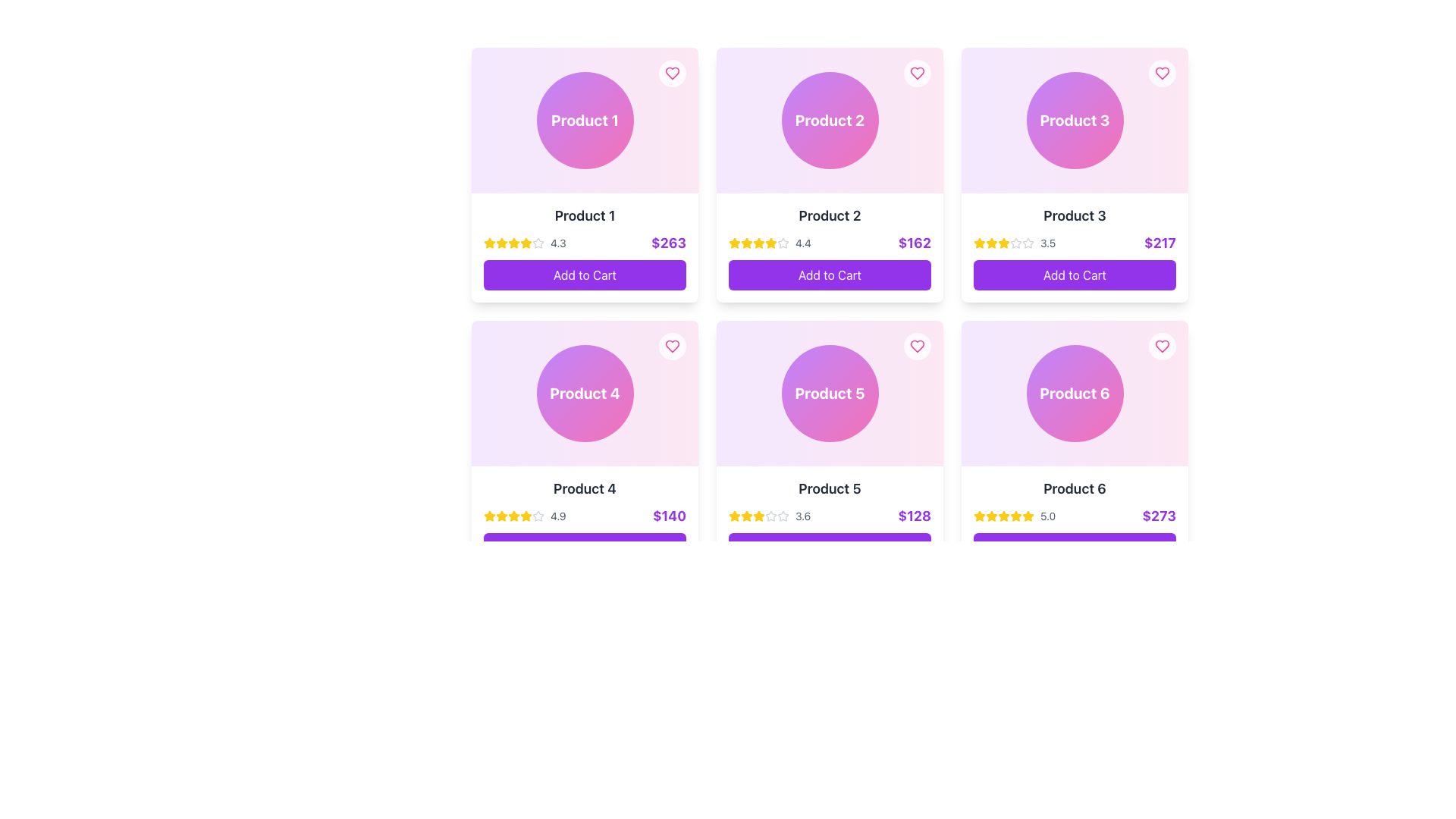 This screenshot has width=1456, height=819. Describe the element at coordinates (557, 242) in the screenshot. I see `the static text label that conveys the numerical rating for 'Product 1', located immediately to the right of the star icons in the bottom section of the product card` at that location.